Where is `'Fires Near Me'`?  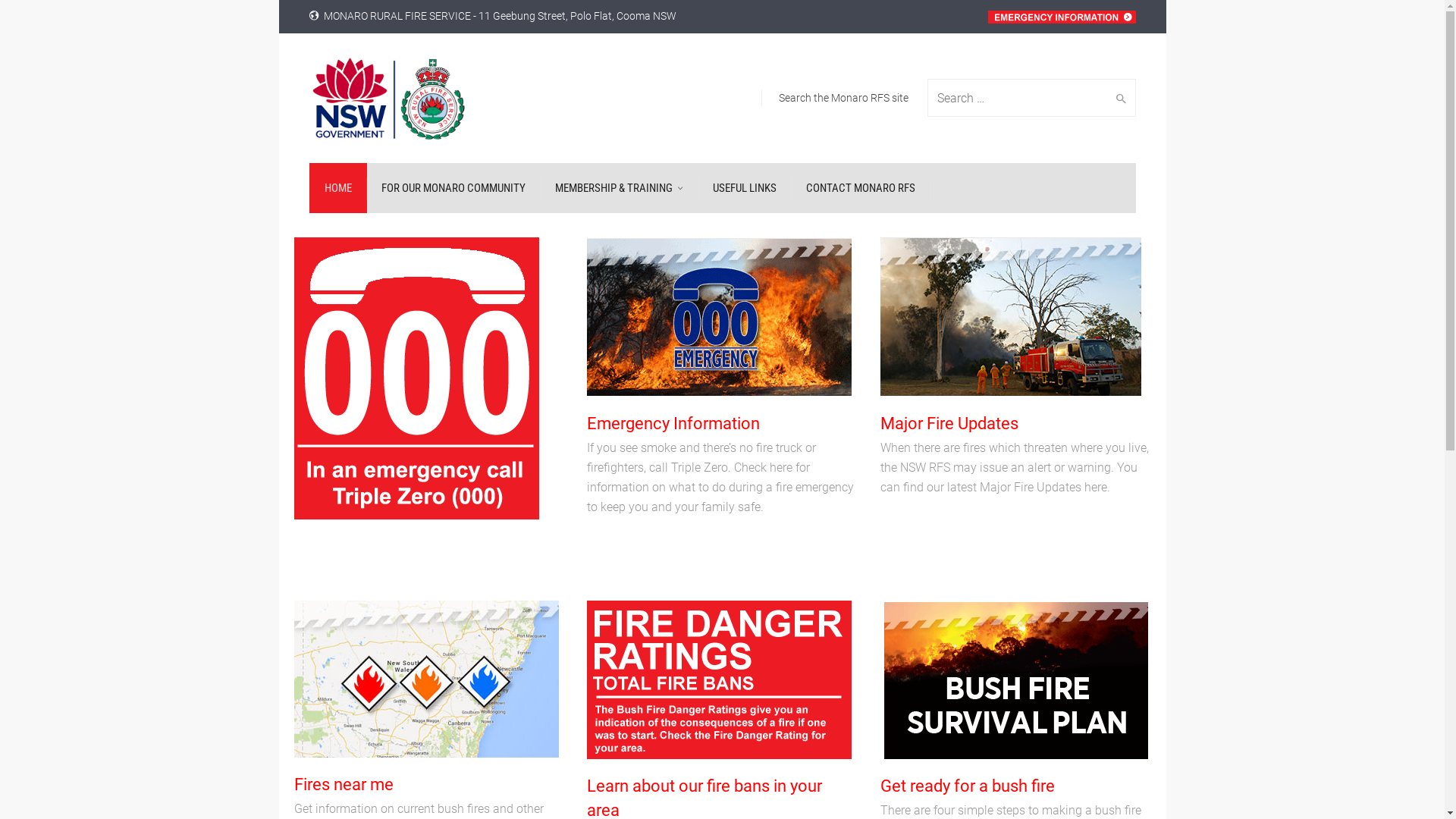 'Fires Near Me' is located at coordinates (425, 678).